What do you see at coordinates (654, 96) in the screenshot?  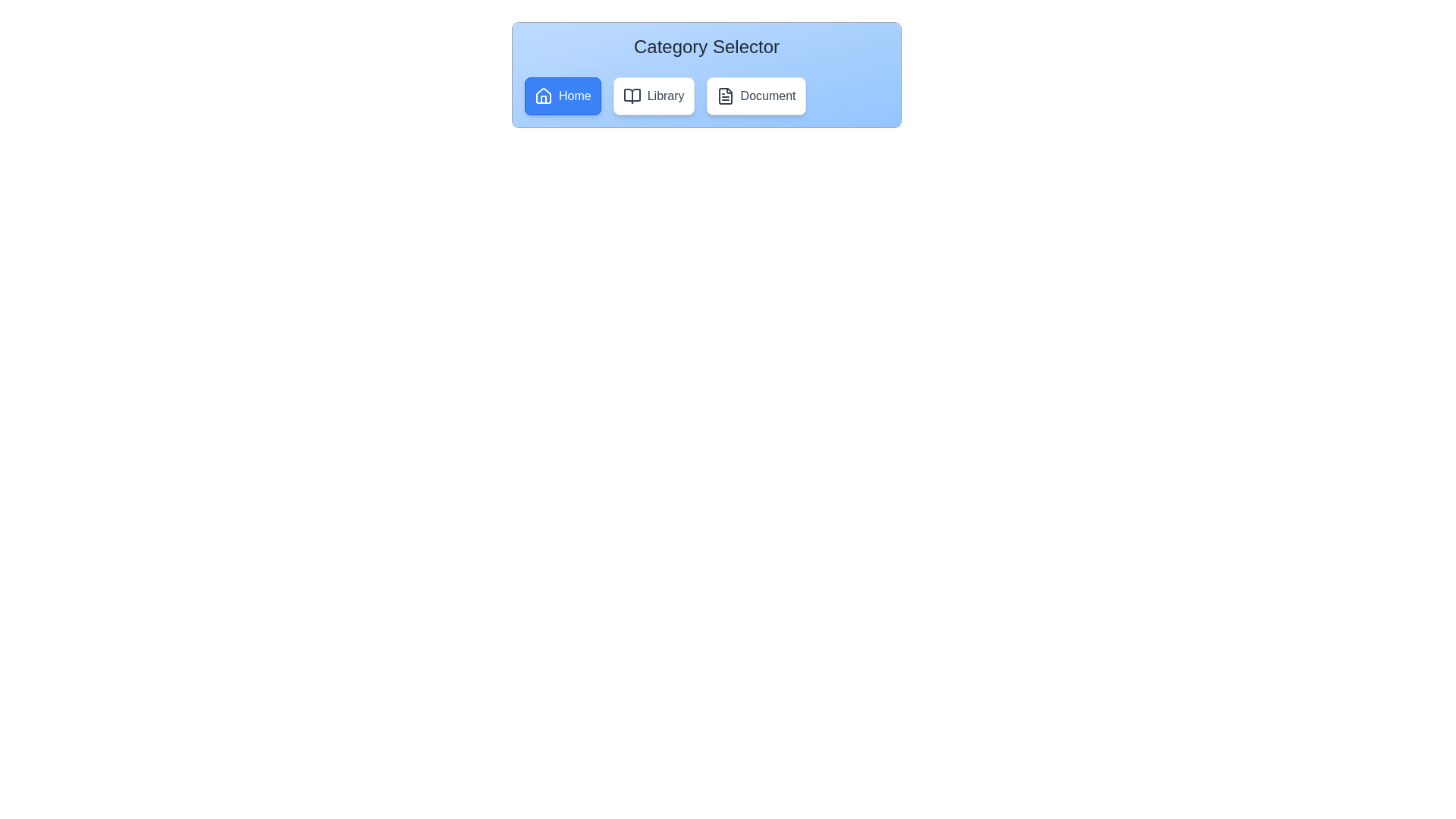 I see `the category Library from the available options` at bounding box center [654, 96].